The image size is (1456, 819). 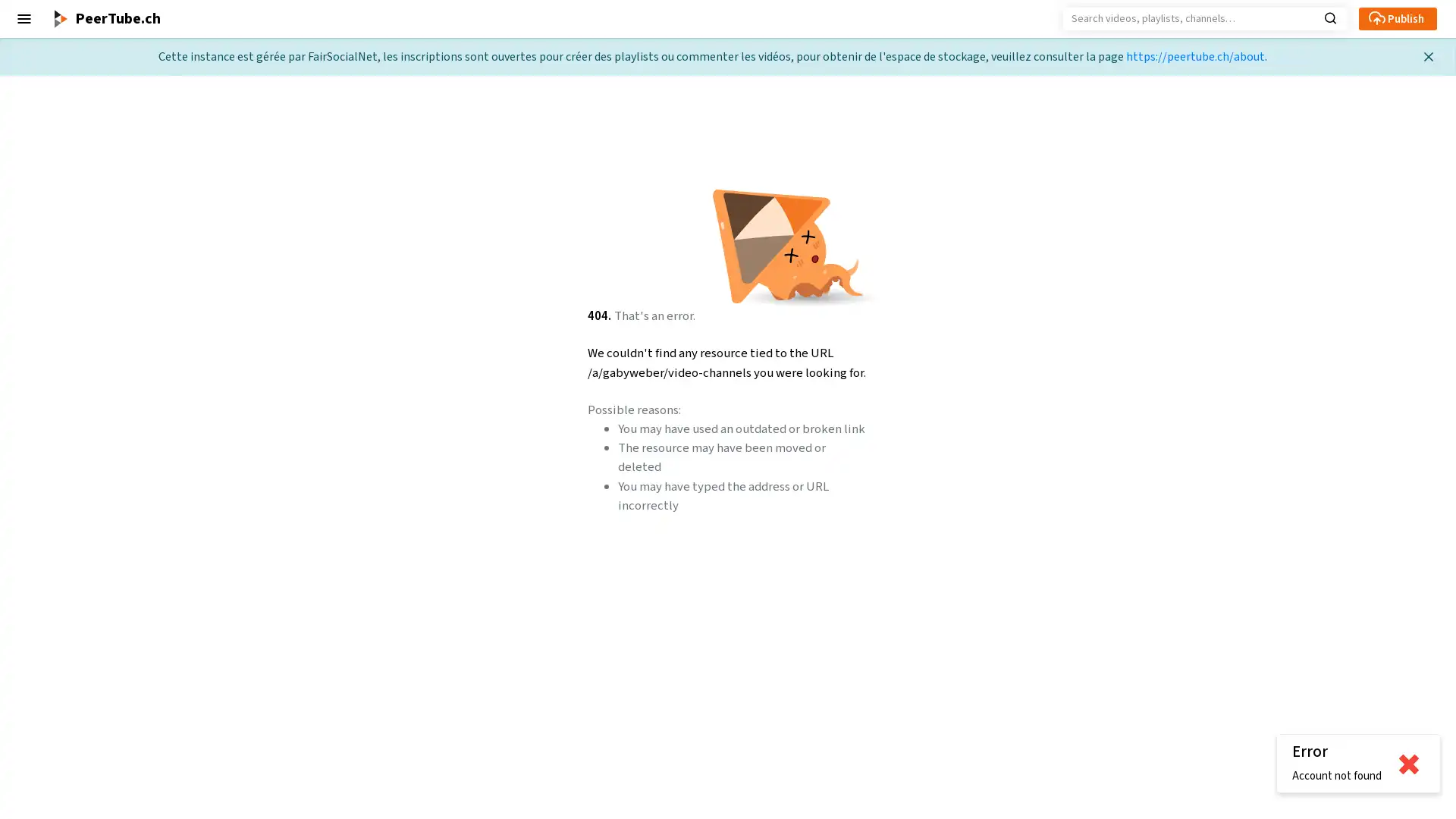 What do you see at coordinates (55, 748) in the screenshot?
I see `Interface: English` at bounding box center [55, 748].